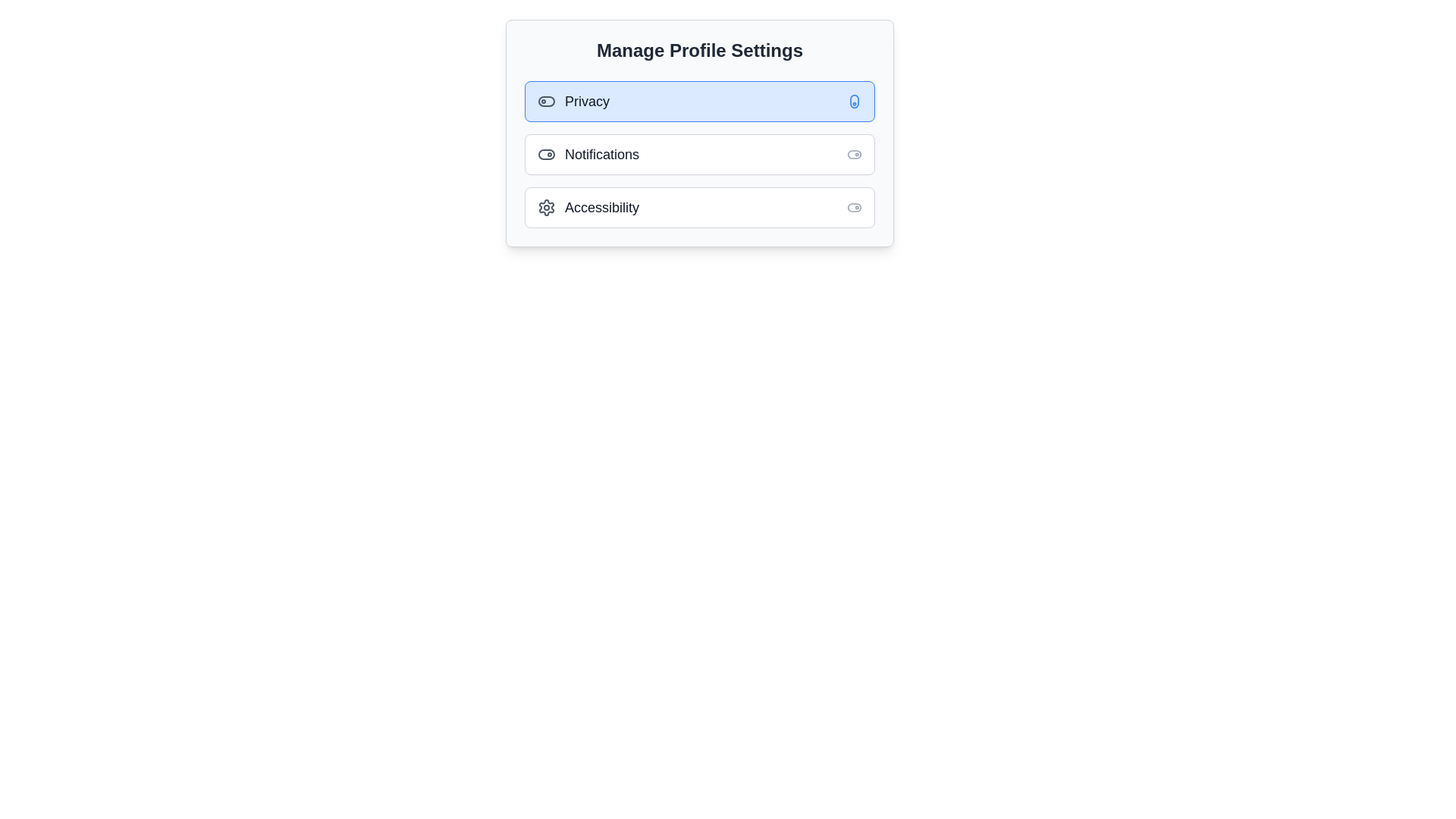  What do you see at coordinates (855, 155) in the screenshot?
I see `the toggle switch styled as an SVG icon located in the 'Notifications' section of the 'Manage Profile Settings' interface` at bounding box center [855, 155].